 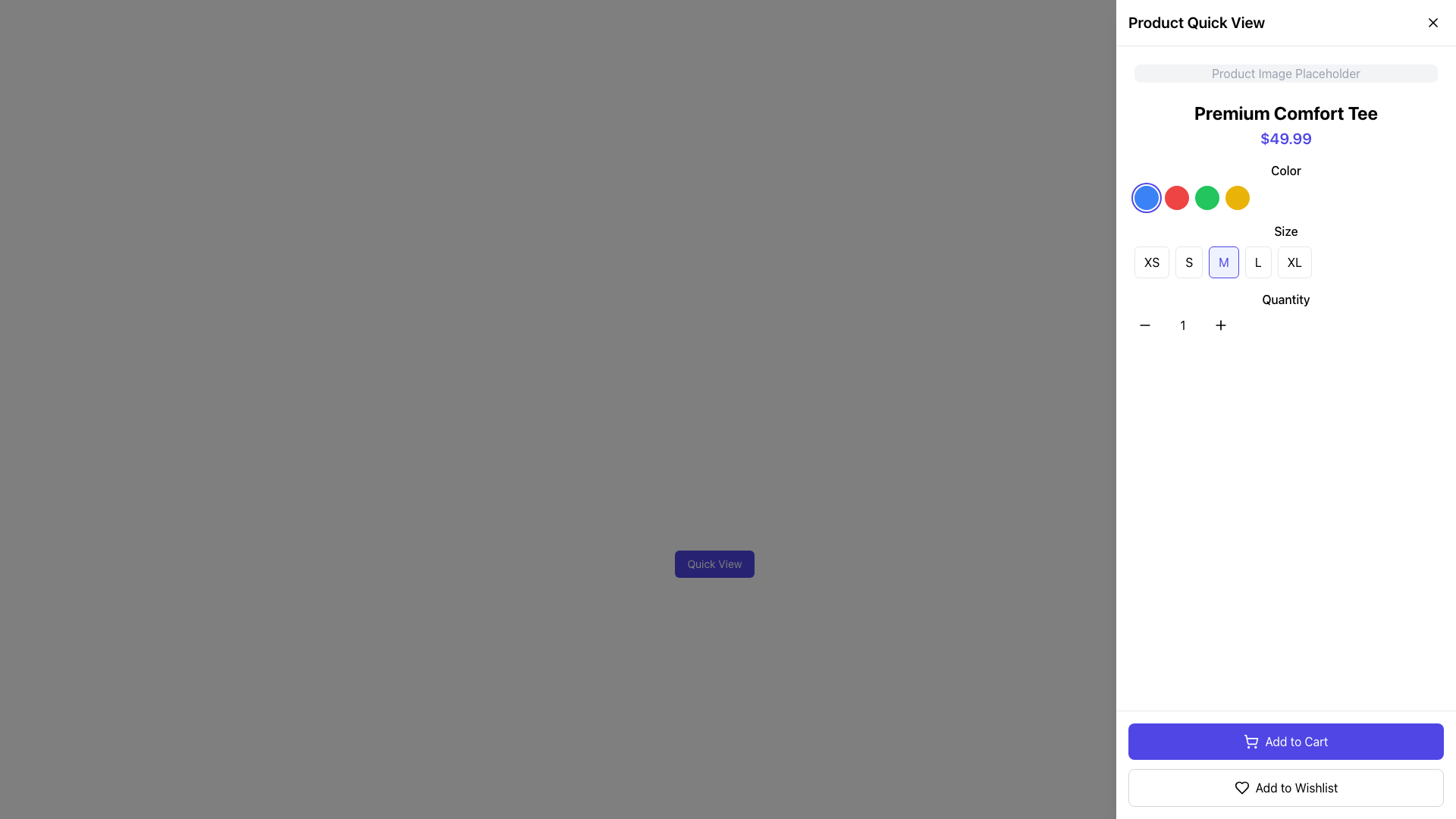 What do you see at coordinates (1432, 23) in the screenshot?
I see `the close button with an 'X' icon located at the top-right corner of the 'Product Quick View' popup` at bounding box center [1432, 23].